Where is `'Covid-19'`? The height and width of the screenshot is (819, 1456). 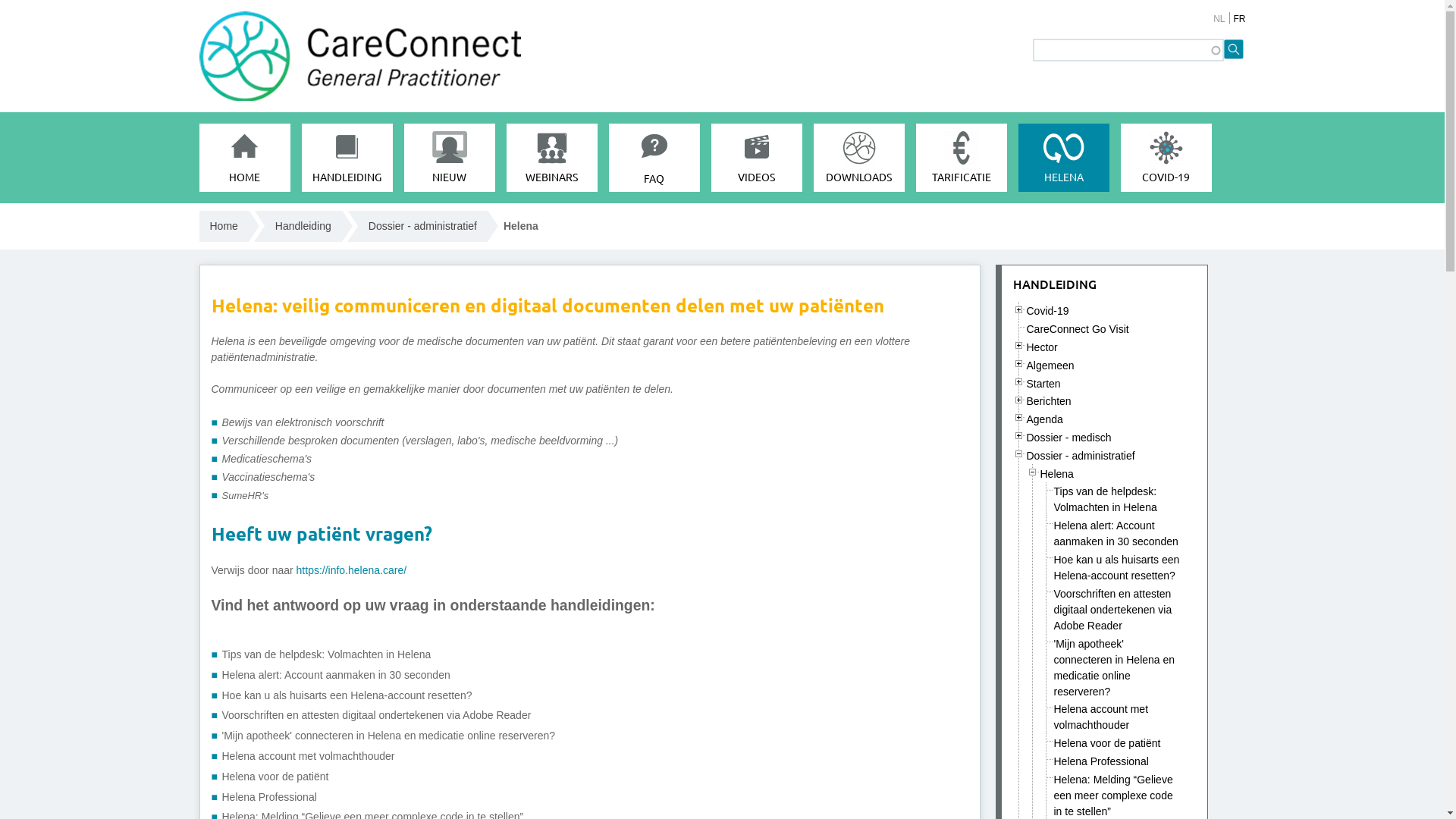
'Covid-19' is located at coordinates (1047, 309).